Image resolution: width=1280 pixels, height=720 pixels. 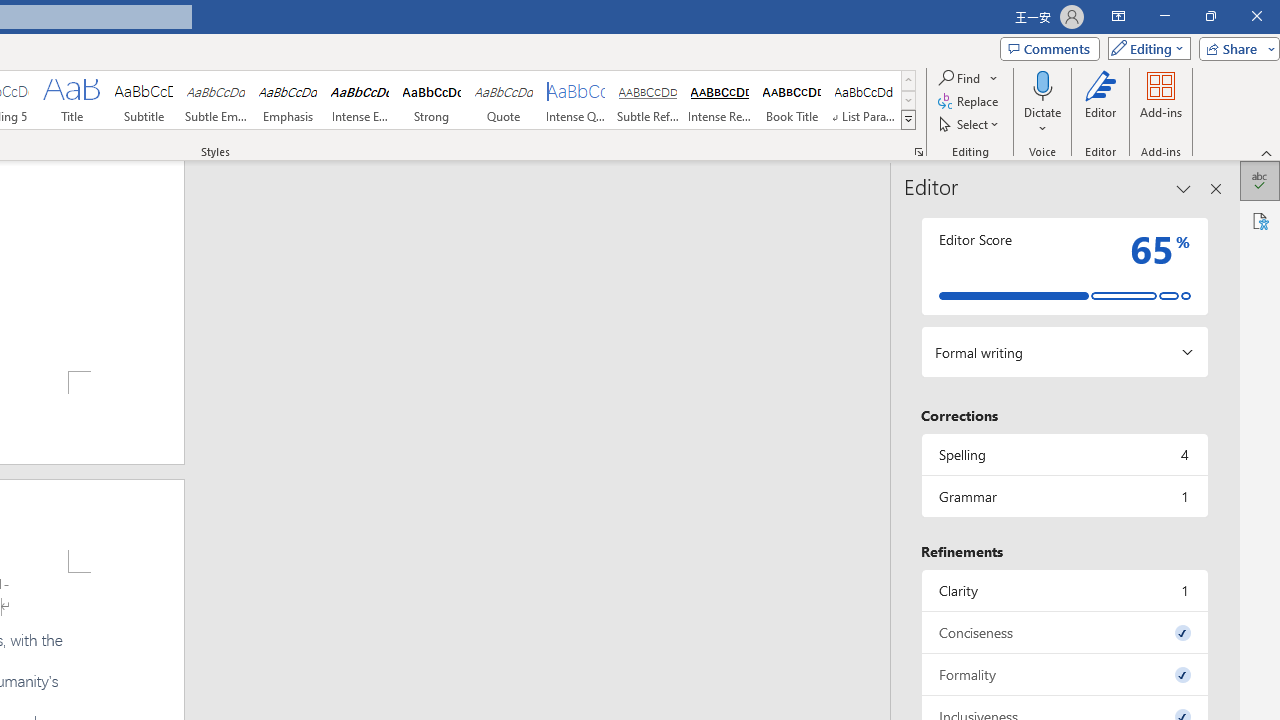 I want to click on 'Accessibility', so click(x=1259, y=221).